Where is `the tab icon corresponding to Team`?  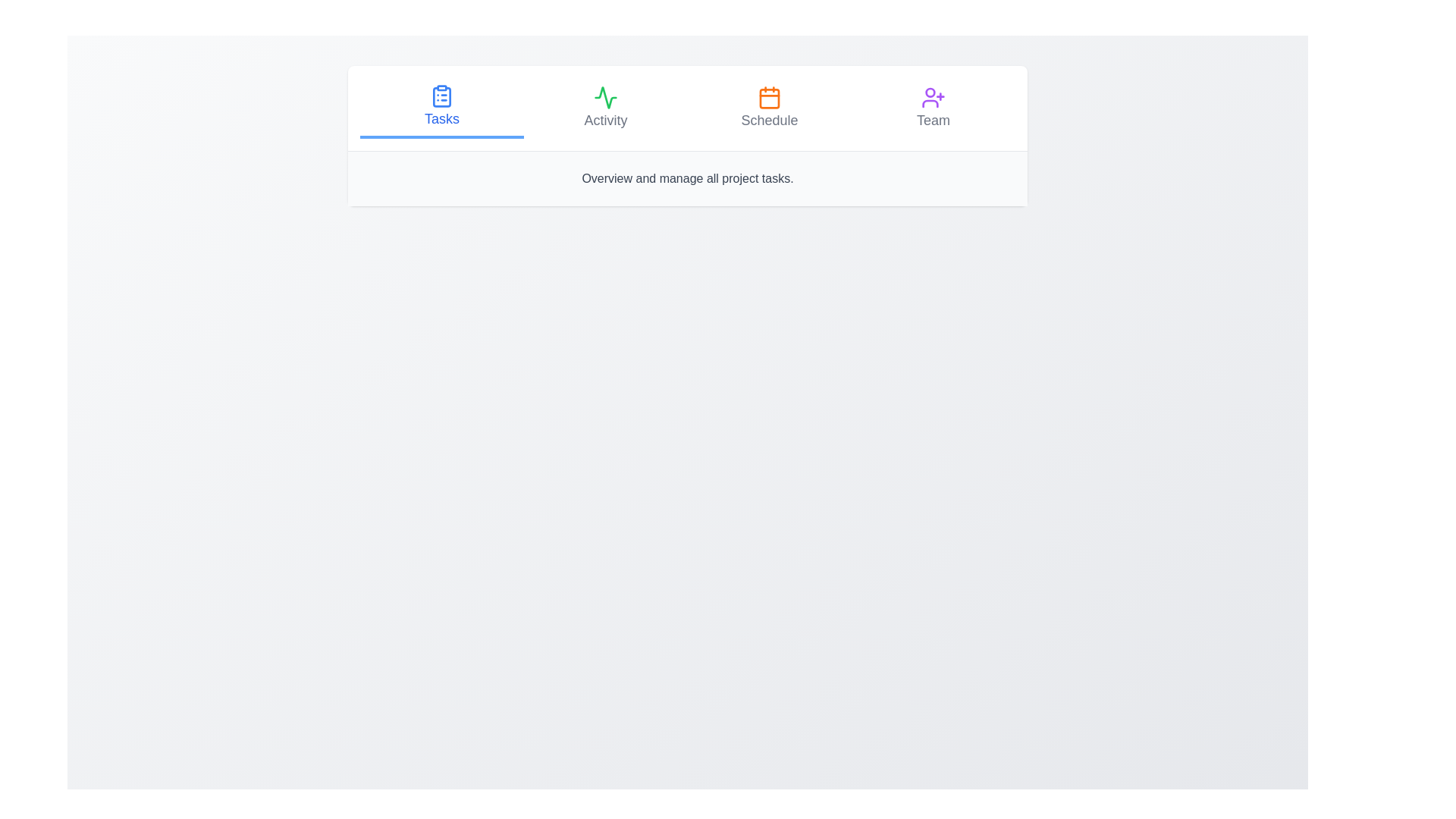
the tab icon corresponding to Team is located at coordinates (932, 97).